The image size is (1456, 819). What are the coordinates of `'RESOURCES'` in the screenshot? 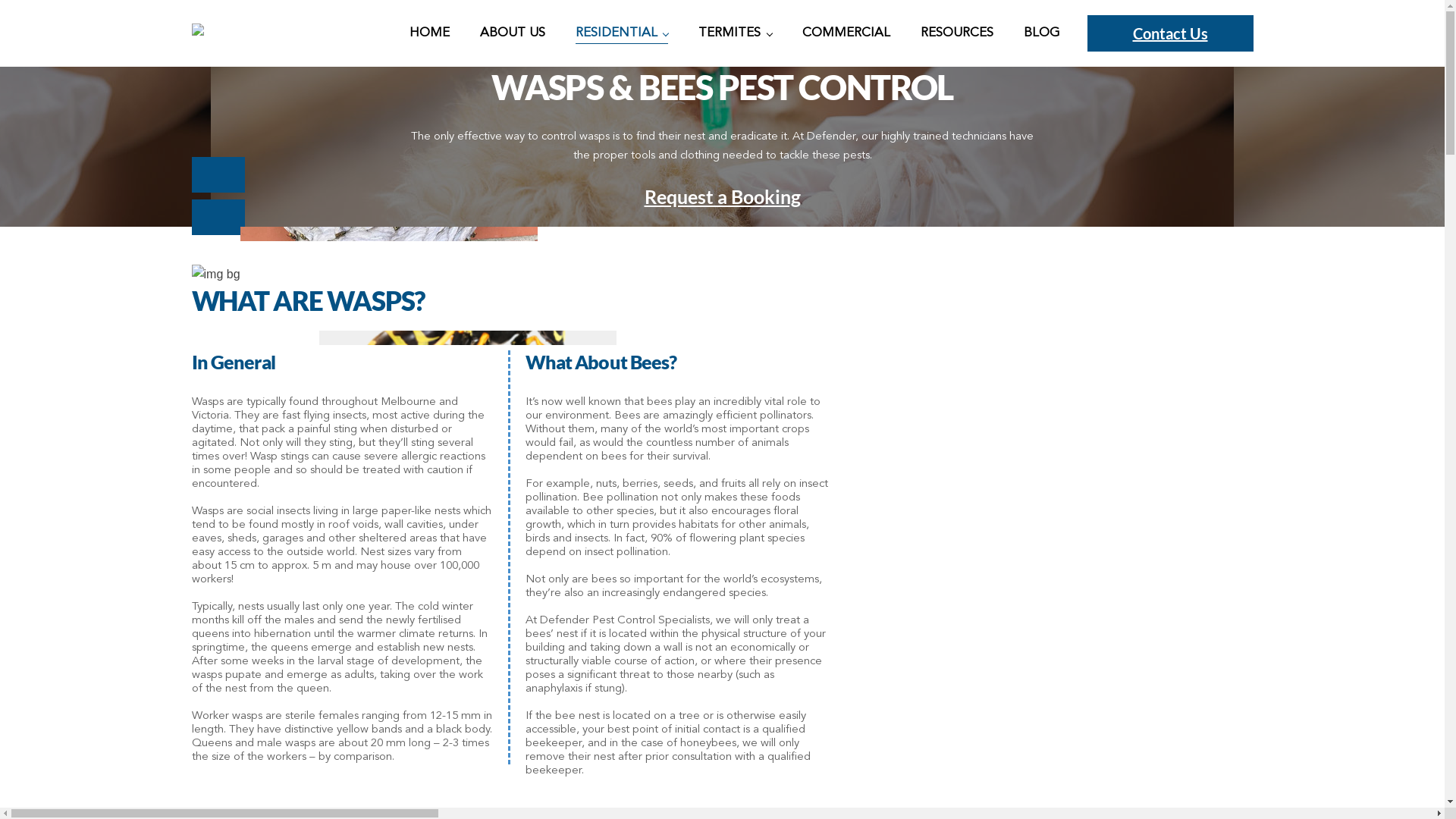 It's located at (956, 33).